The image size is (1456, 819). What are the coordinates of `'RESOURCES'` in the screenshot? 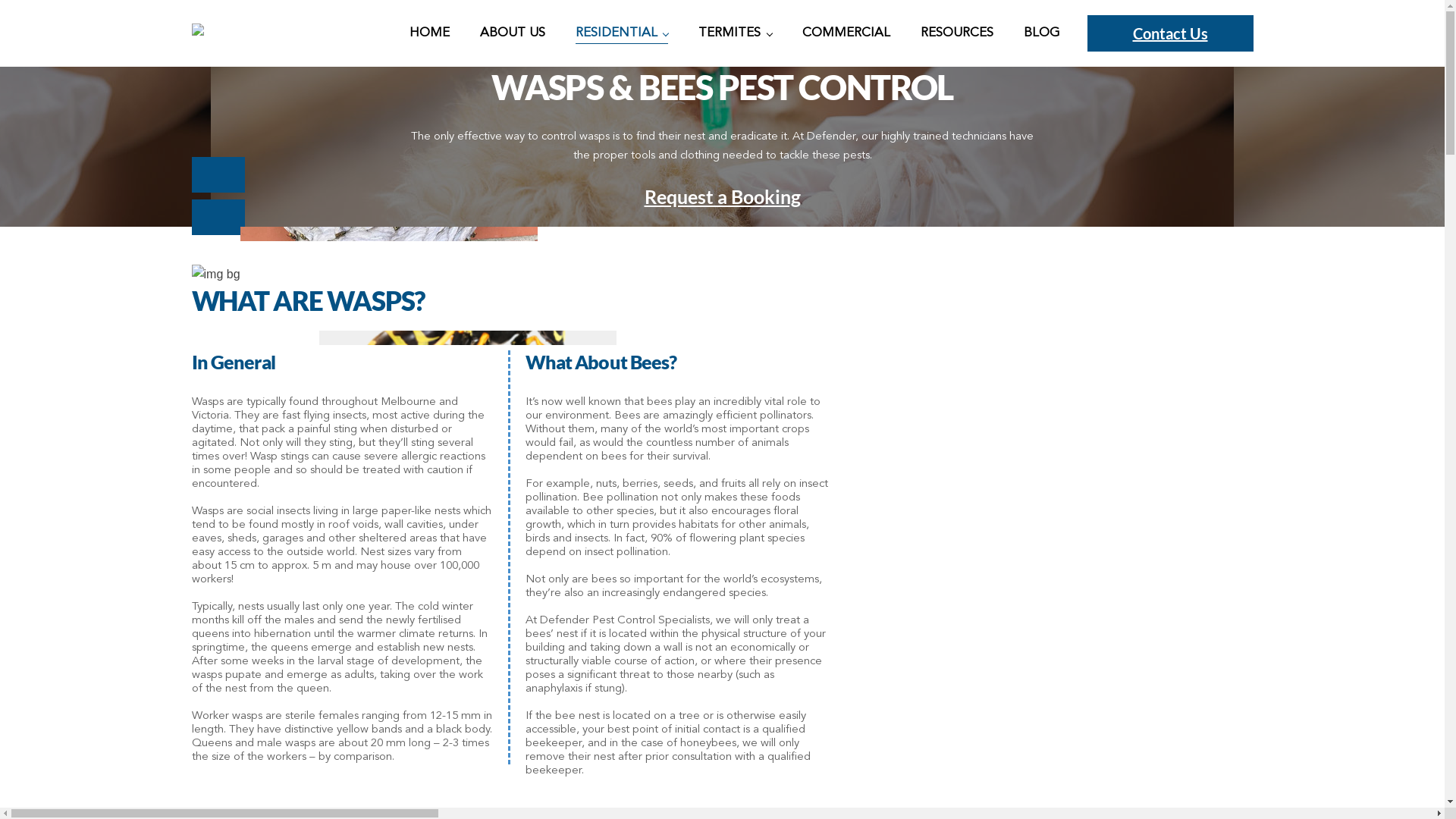 It's located at (956, 33).